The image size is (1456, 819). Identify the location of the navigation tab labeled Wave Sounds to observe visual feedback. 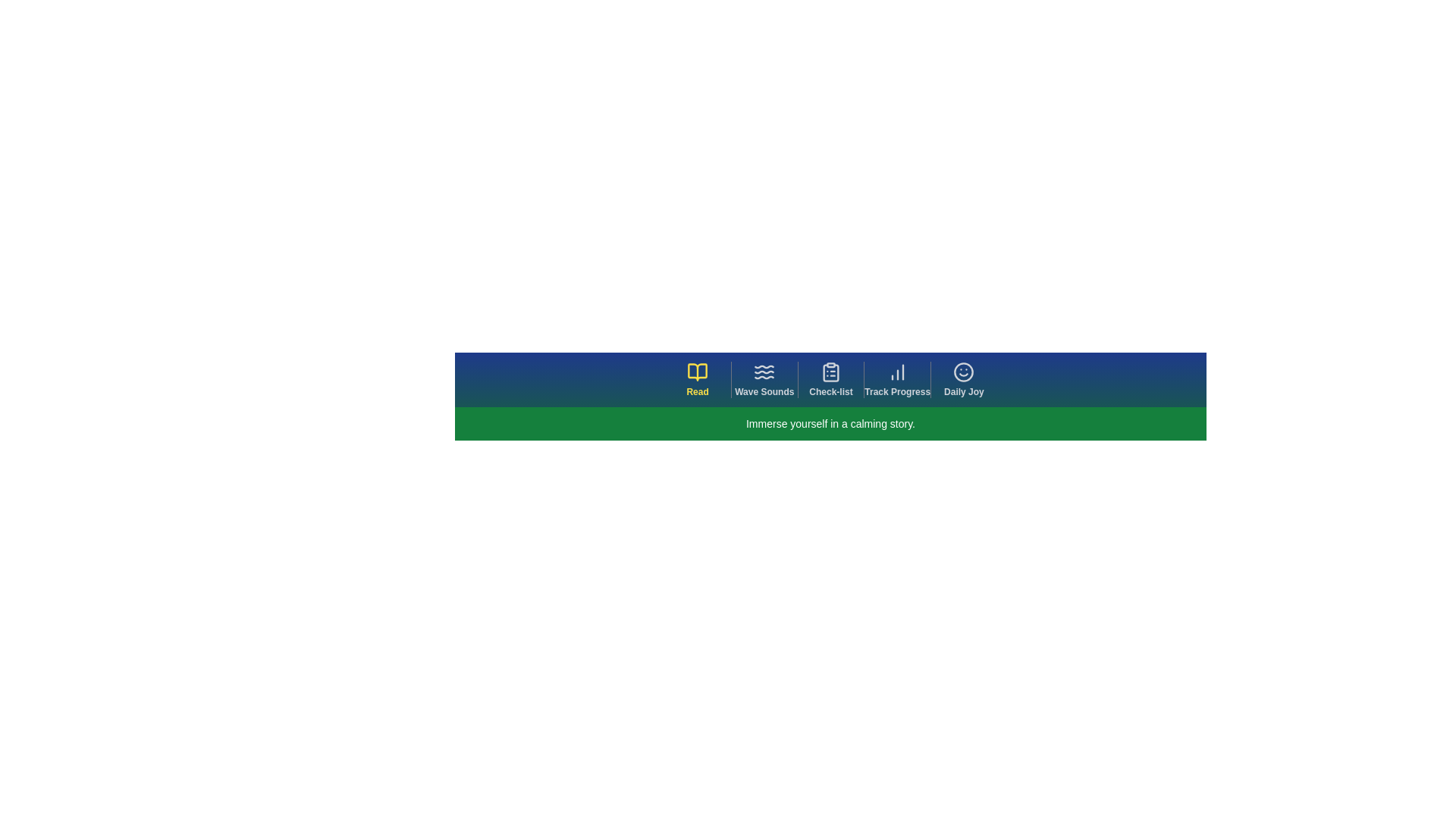
(764, 379).